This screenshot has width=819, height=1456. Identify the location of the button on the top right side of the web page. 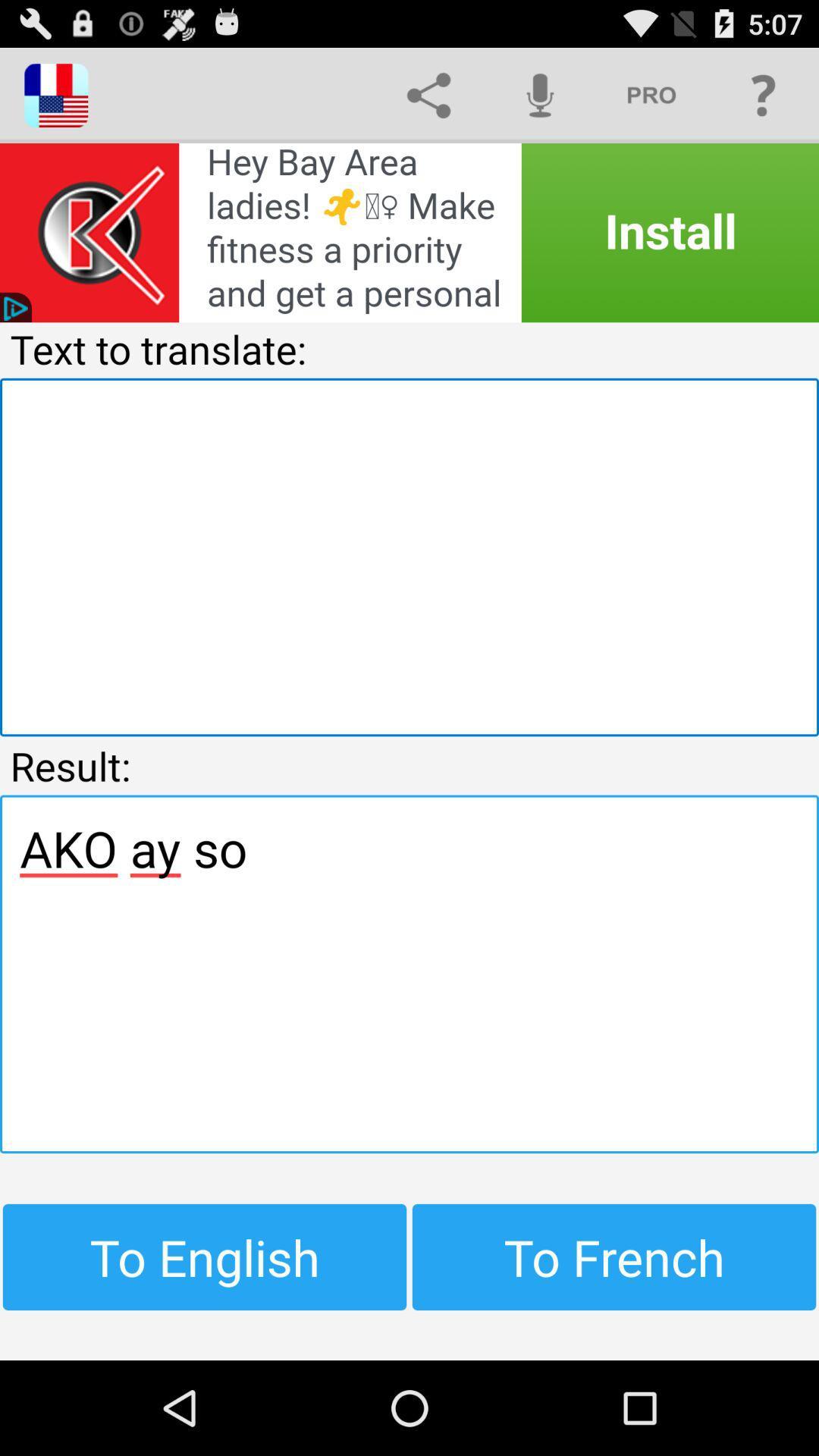
(763, 94).